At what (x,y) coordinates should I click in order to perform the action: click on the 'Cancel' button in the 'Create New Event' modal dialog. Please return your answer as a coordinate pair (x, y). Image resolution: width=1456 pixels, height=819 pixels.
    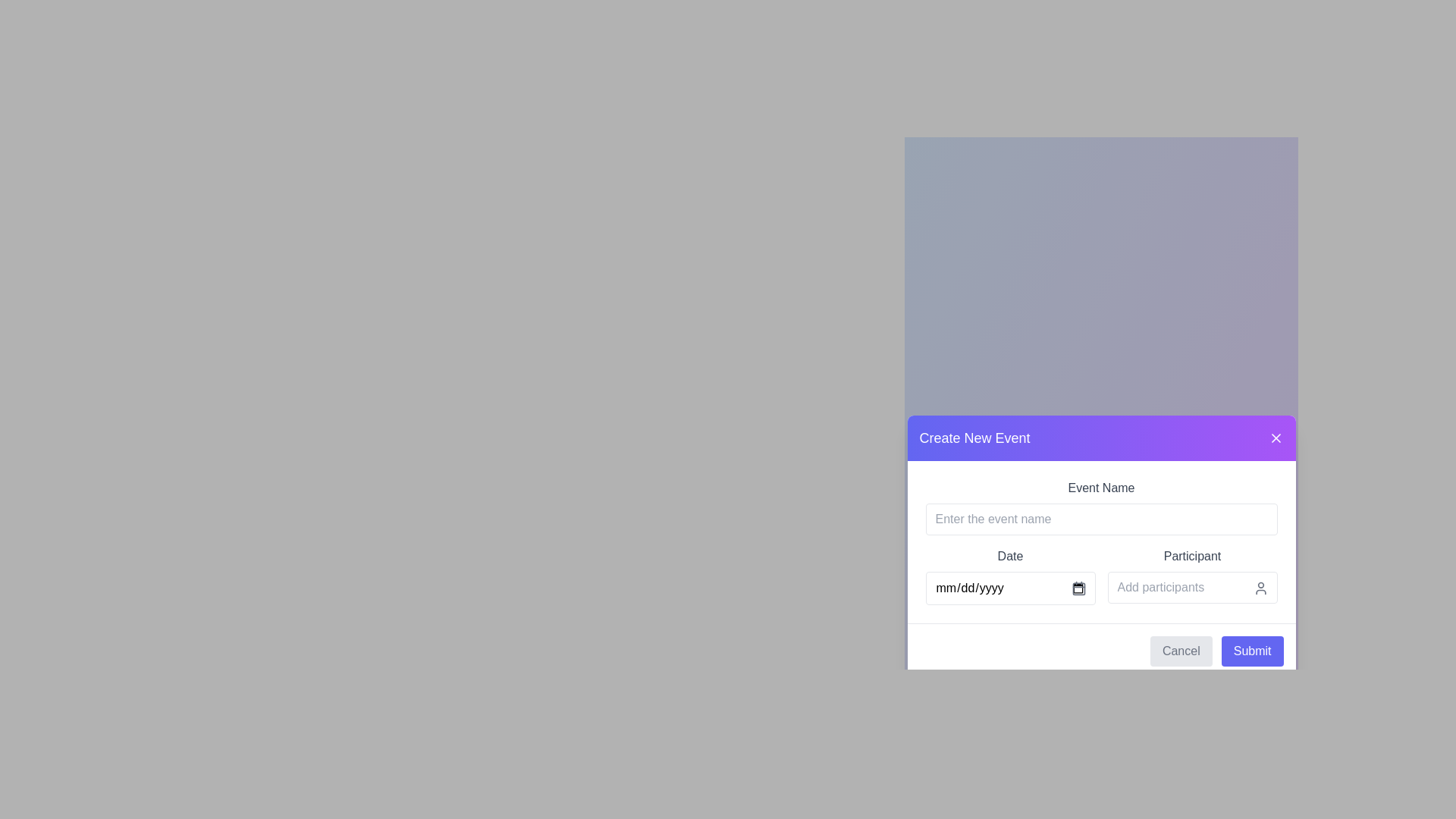
    Looking at the image, I should click on (1180, 650).